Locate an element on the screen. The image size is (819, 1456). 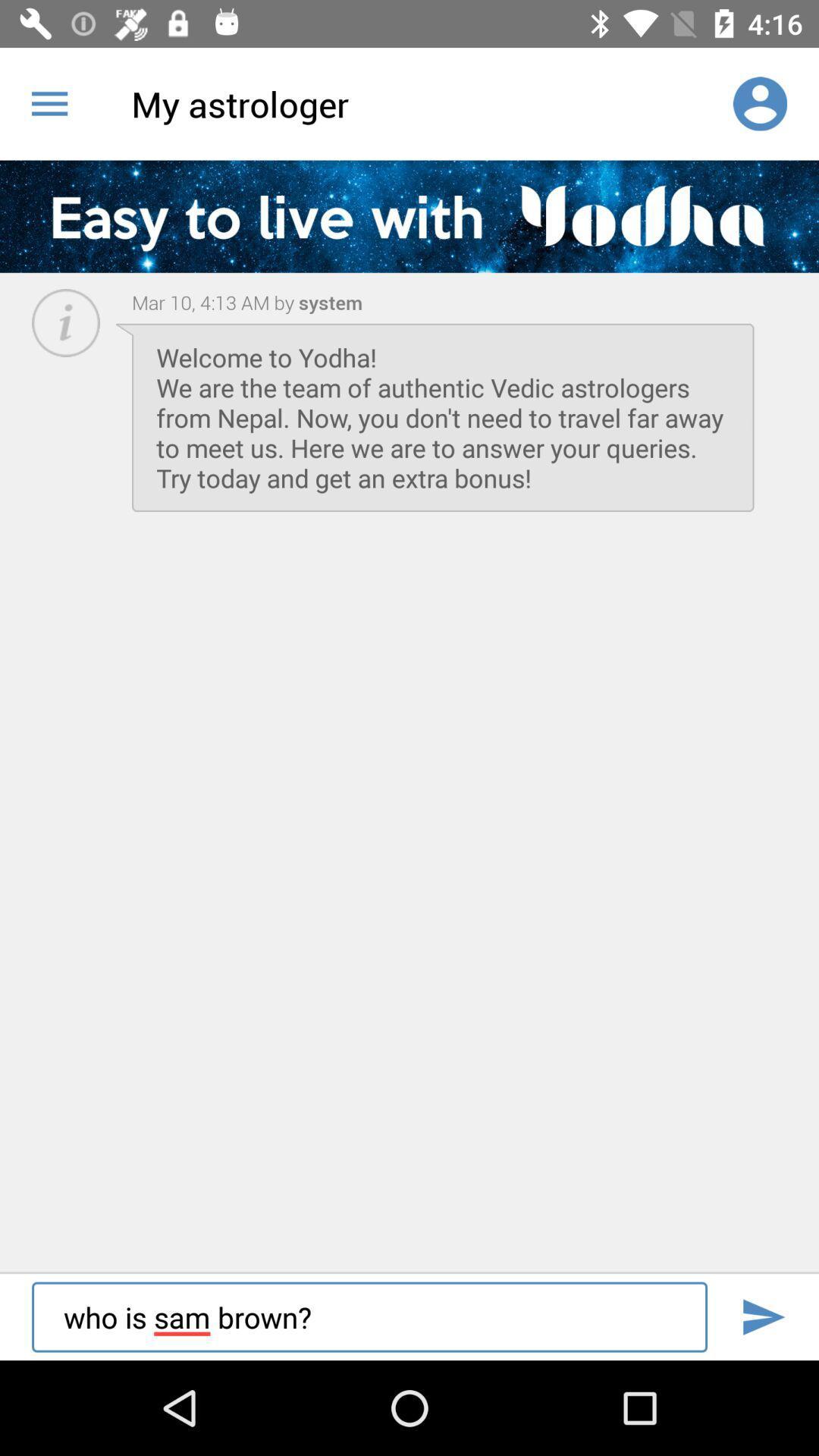
the icon above the welcome to yodha item is located at coordinates (213, 302).